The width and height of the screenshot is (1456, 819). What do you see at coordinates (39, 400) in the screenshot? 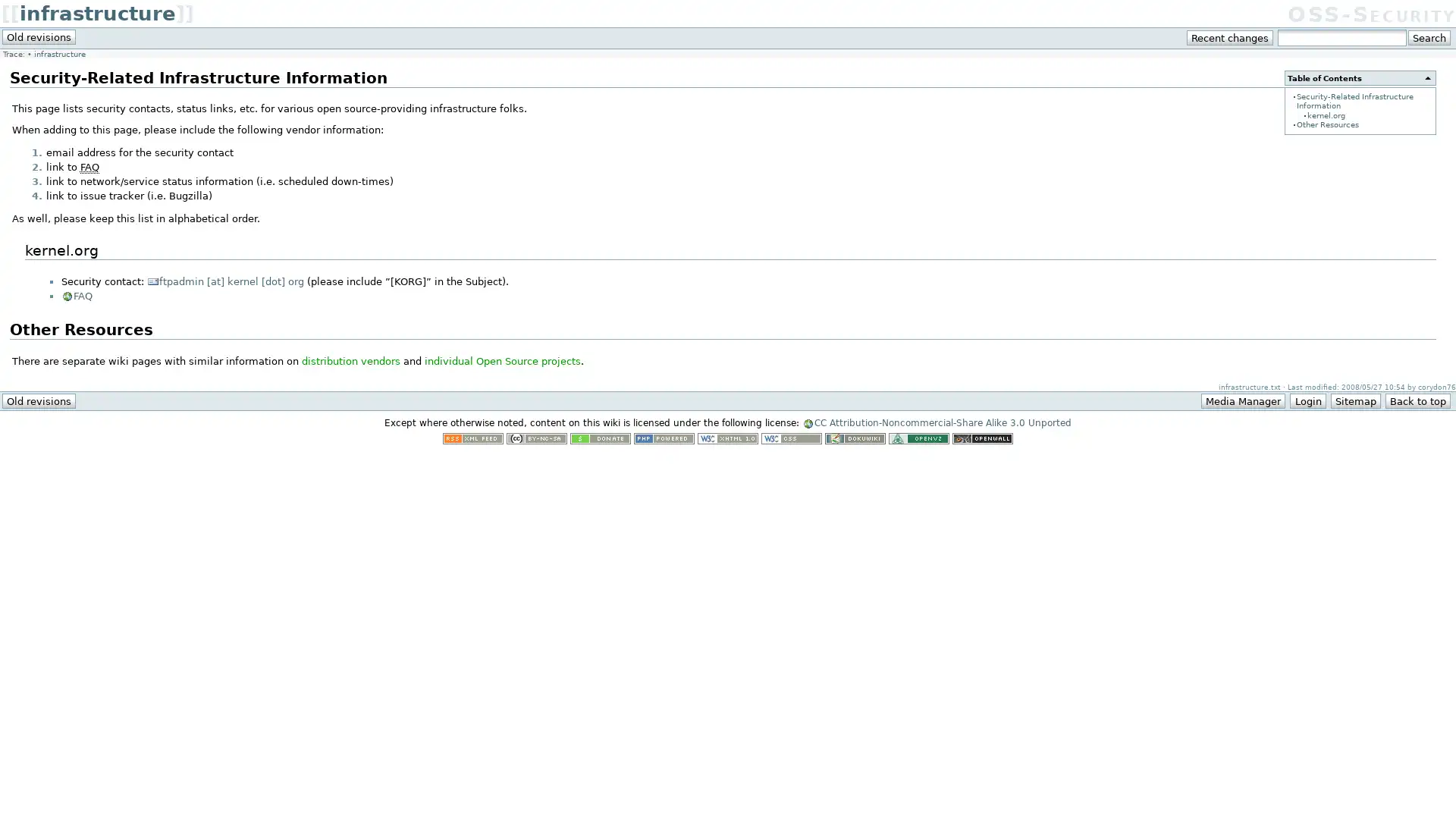
I see `Old revisions` at bounding box center [39, 400].